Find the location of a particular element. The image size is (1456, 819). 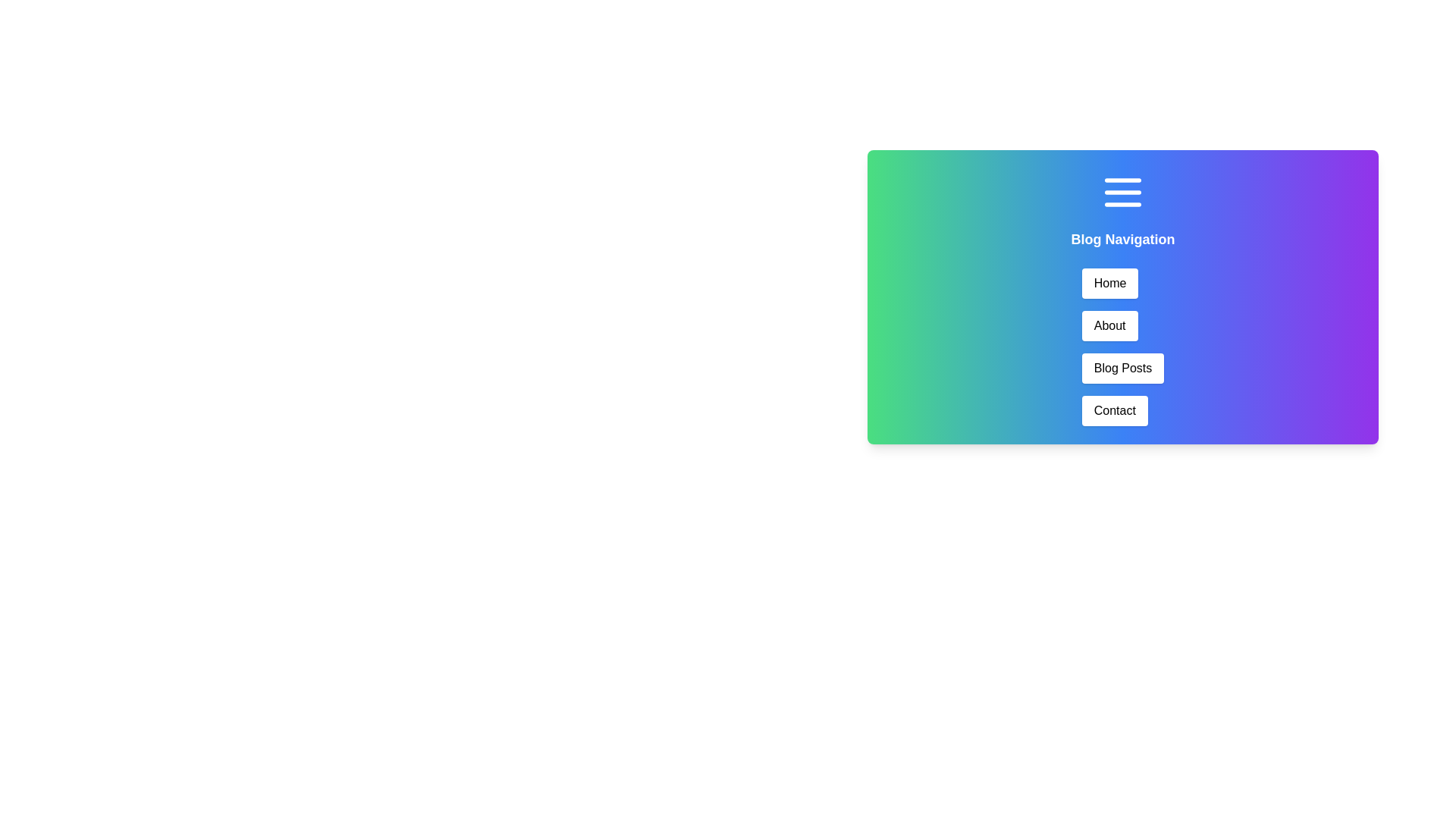

'About' button to navigate to the about page is located at coordinates (1109, 325).